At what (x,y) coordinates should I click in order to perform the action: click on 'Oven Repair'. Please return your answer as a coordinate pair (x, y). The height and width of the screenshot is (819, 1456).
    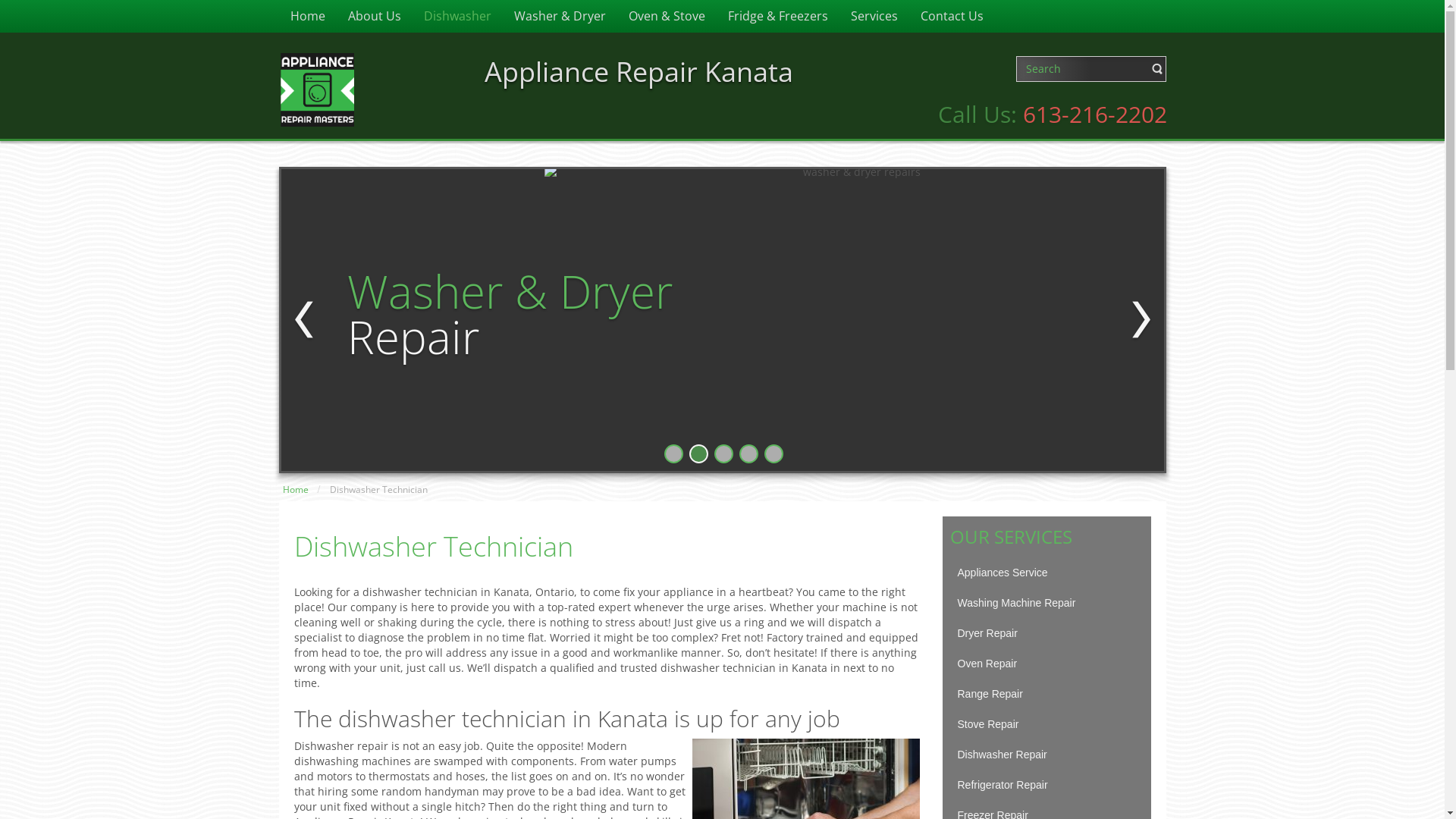
    Looking at the image, I should click on (1045, 663).